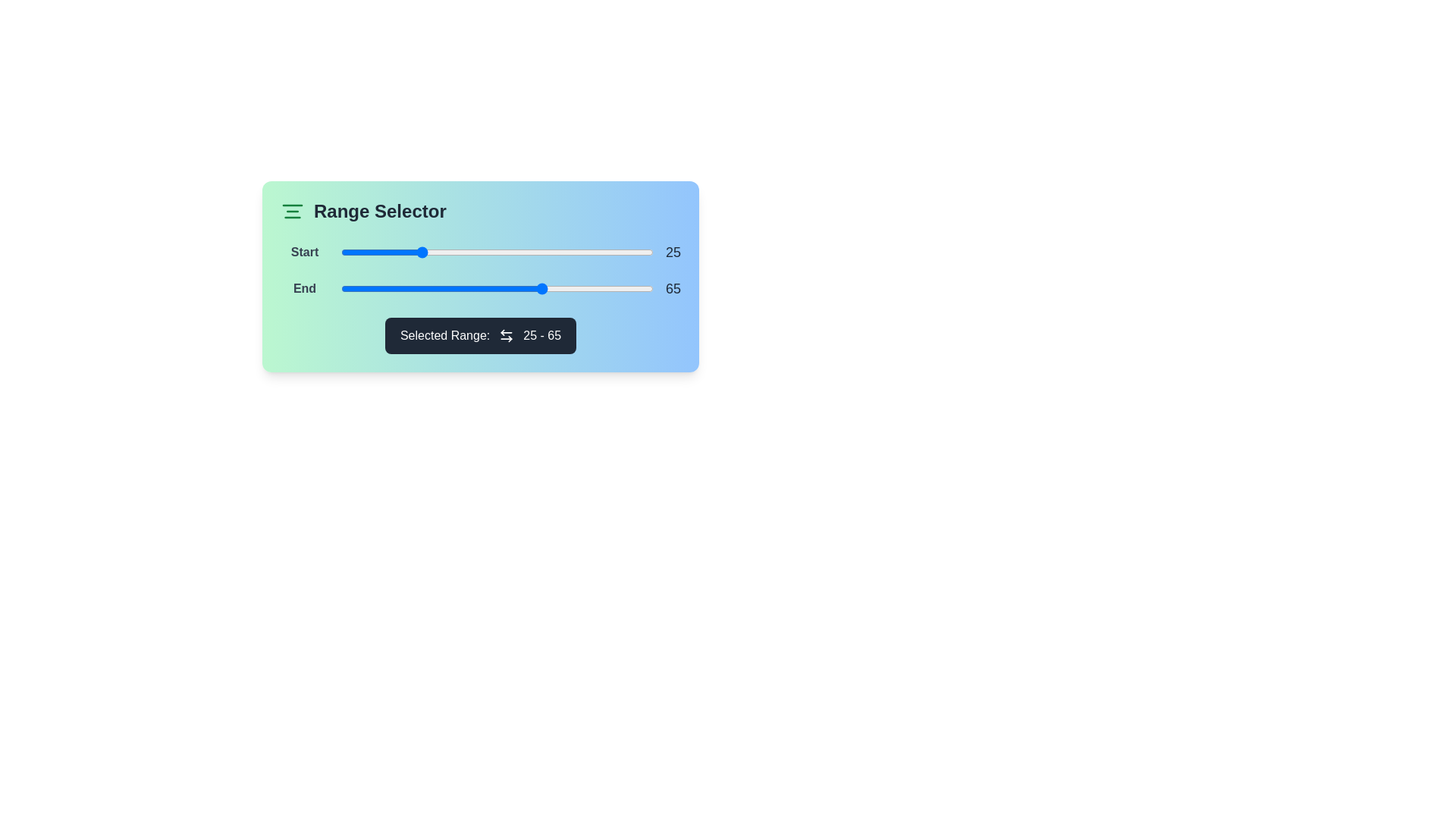 The width and height of the screenshot is (1456, 819). Describe the element at coordinates (450, 289) in the screenshot. I see `the end range slider to 35 by dragging it to the desired position` at that location.